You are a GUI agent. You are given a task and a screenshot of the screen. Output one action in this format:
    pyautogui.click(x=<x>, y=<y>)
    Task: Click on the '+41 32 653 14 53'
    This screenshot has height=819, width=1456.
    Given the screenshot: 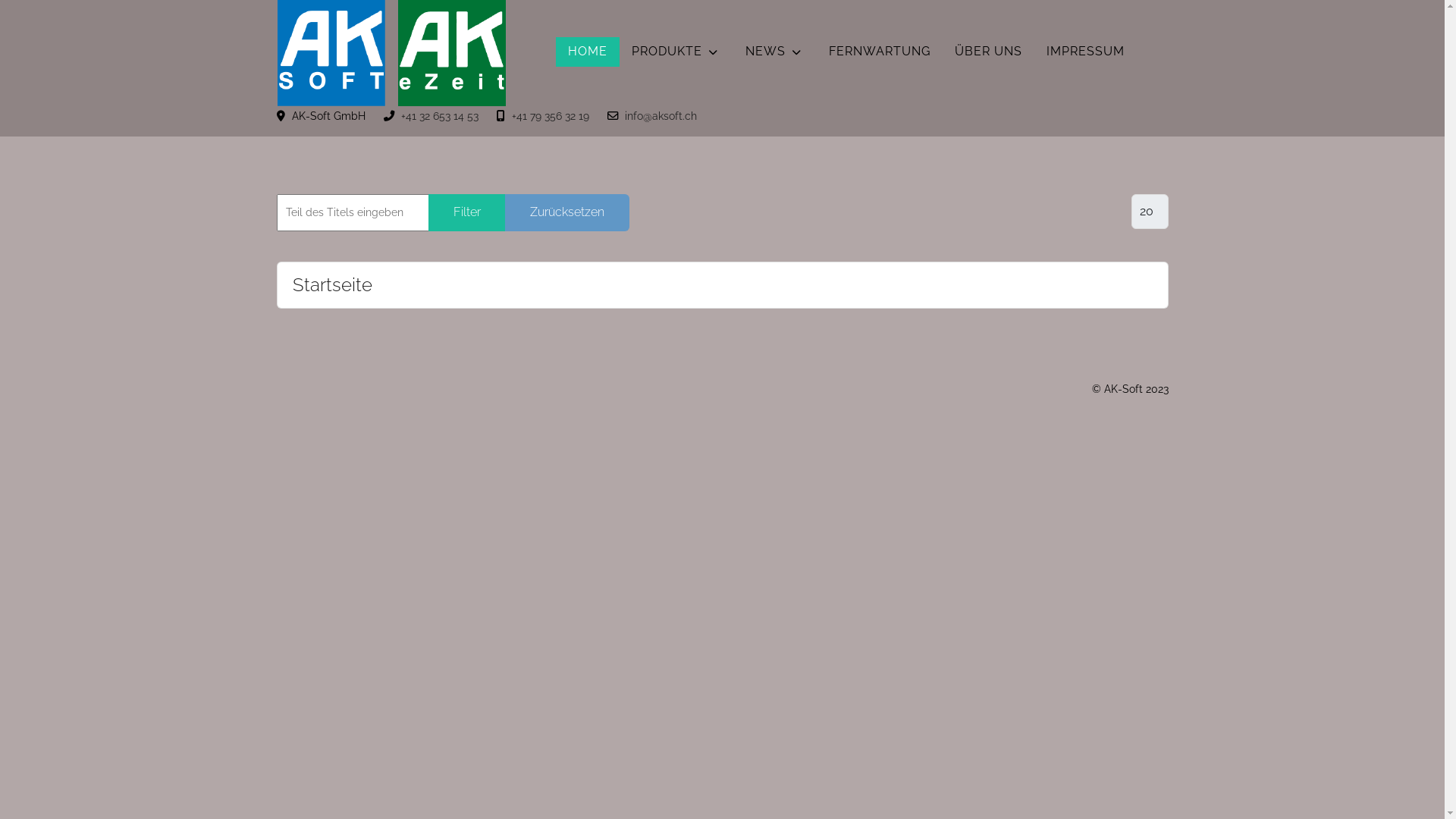 What is the action you would take?
    pyautogui.click(x=438, y=115)
    